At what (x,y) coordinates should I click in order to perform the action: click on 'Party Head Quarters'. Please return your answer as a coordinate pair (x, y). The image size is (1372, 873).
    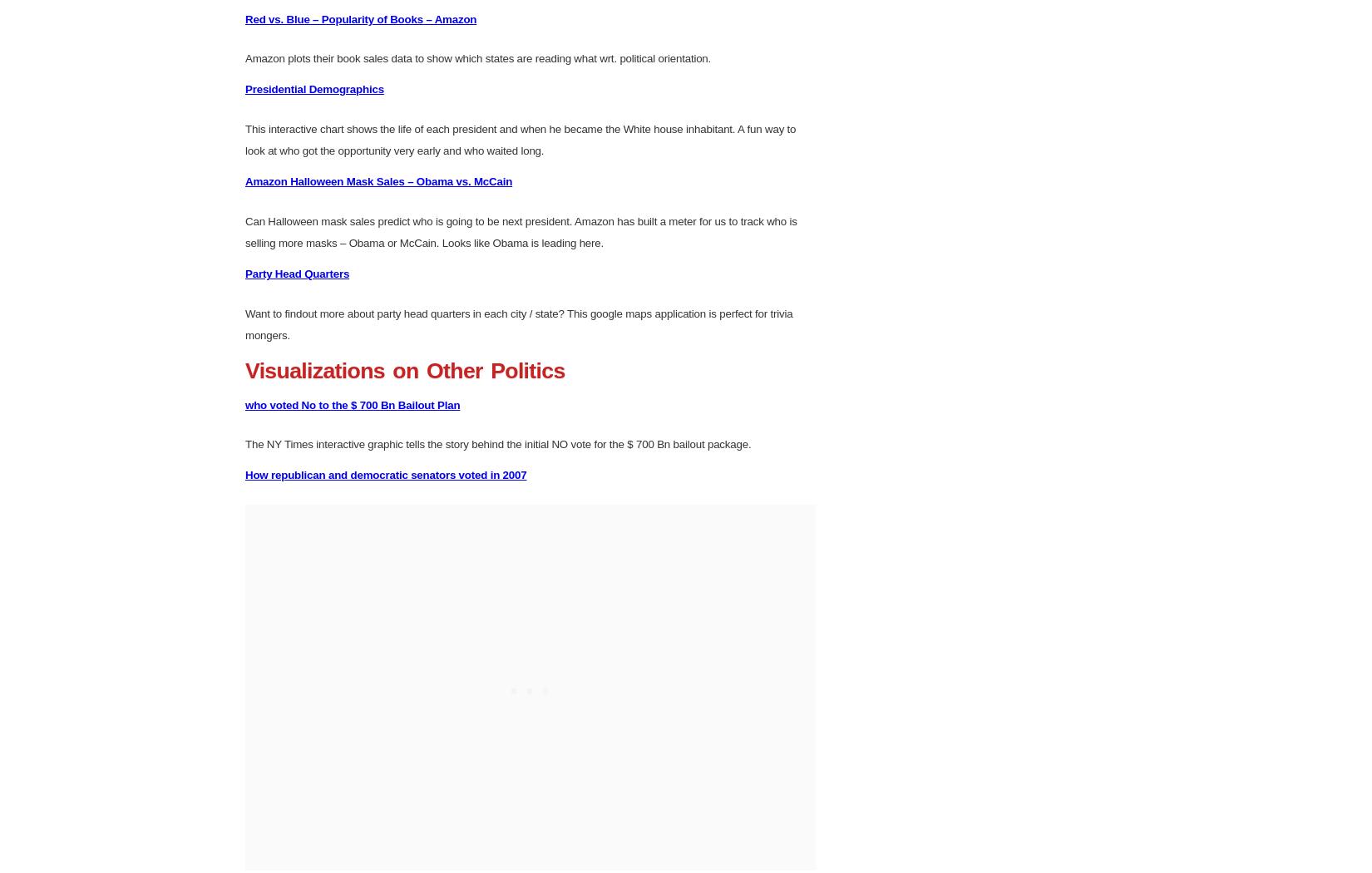
    Looking at the image, I should click on (297, 843).